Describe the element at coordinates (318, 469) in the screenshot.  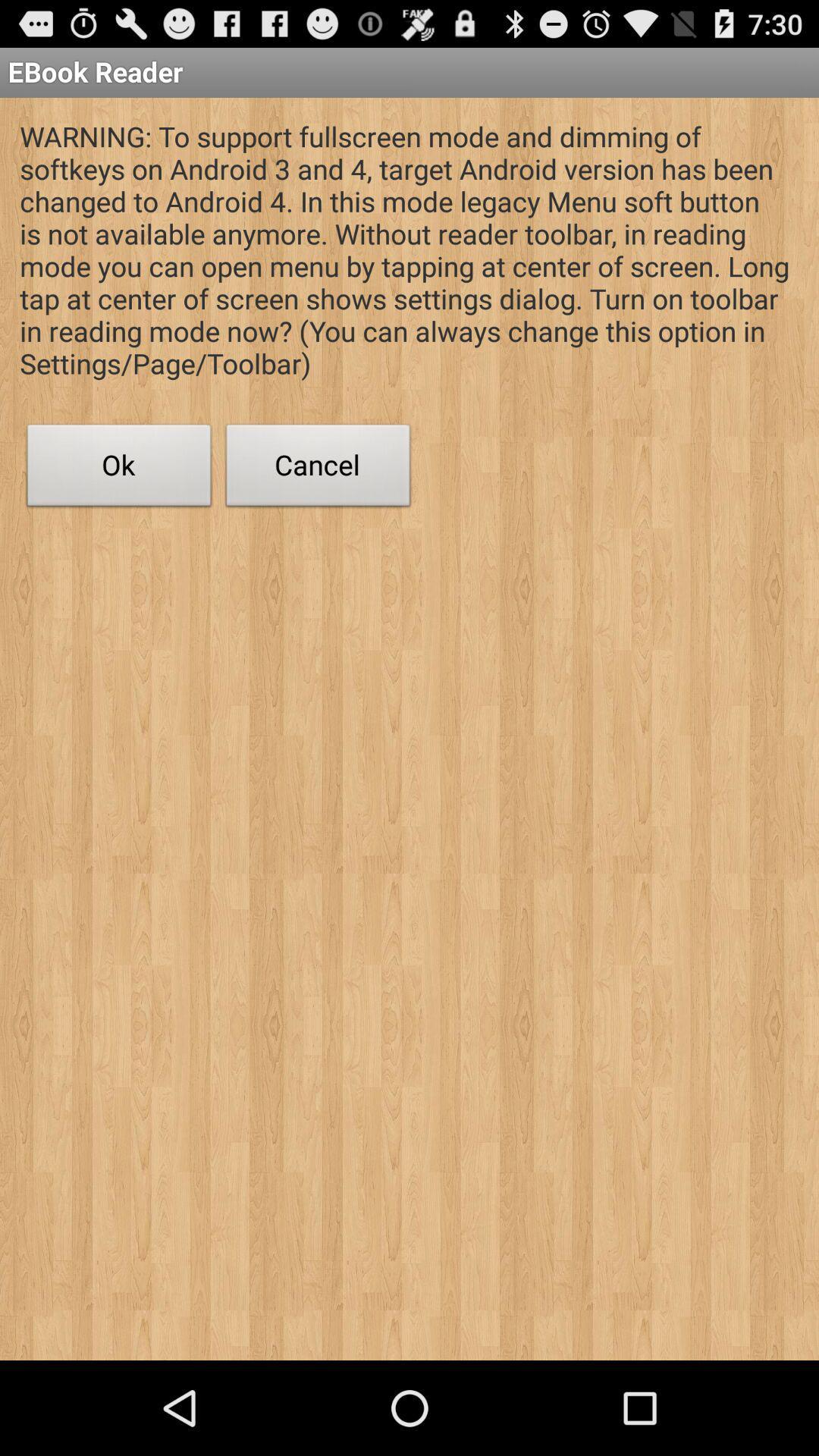
I see `icon to the right of the ok icon` at that location.